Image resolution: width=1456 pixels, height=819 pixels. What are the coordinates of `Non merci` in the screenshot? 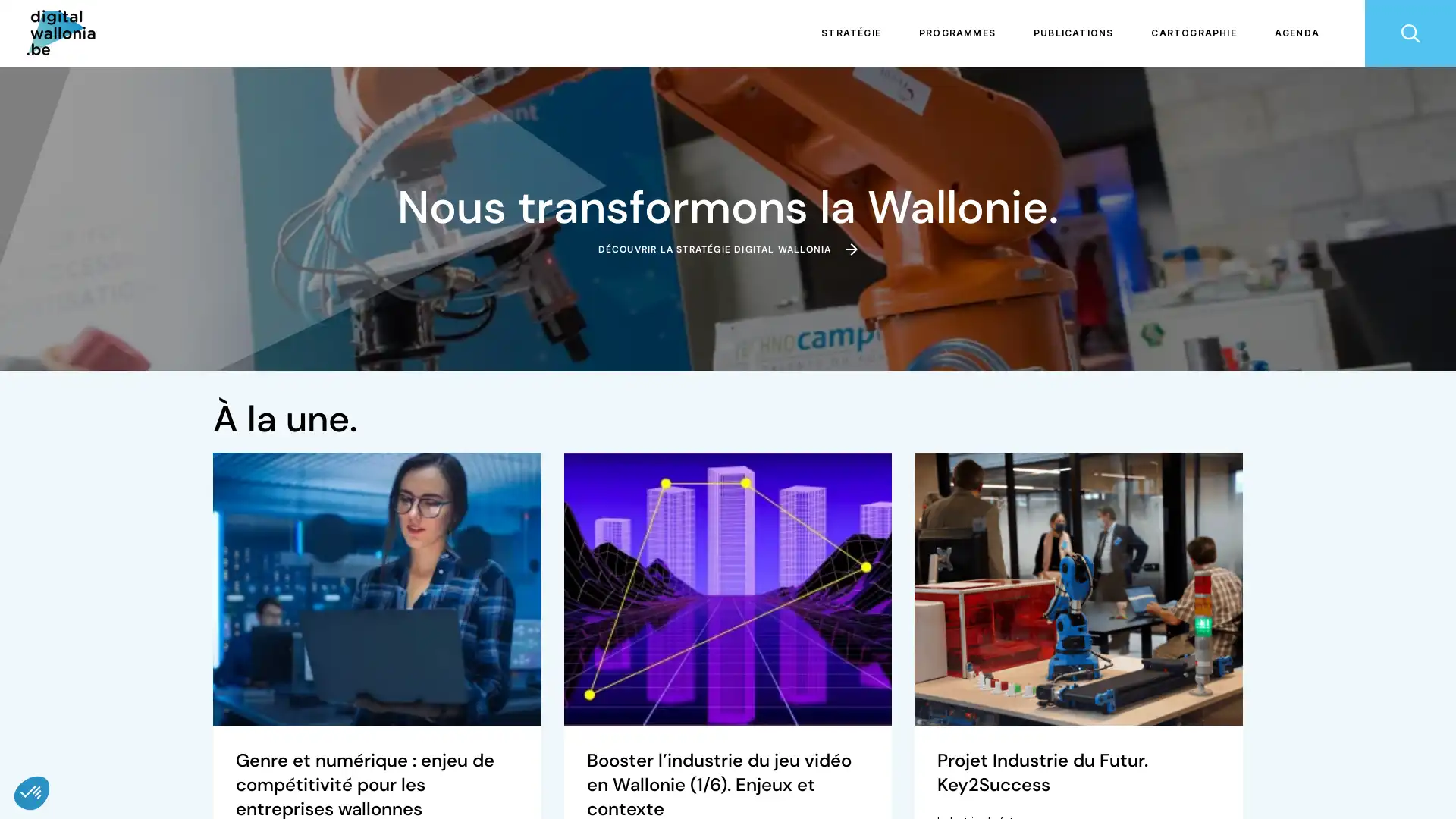 It's located at (67, 742).